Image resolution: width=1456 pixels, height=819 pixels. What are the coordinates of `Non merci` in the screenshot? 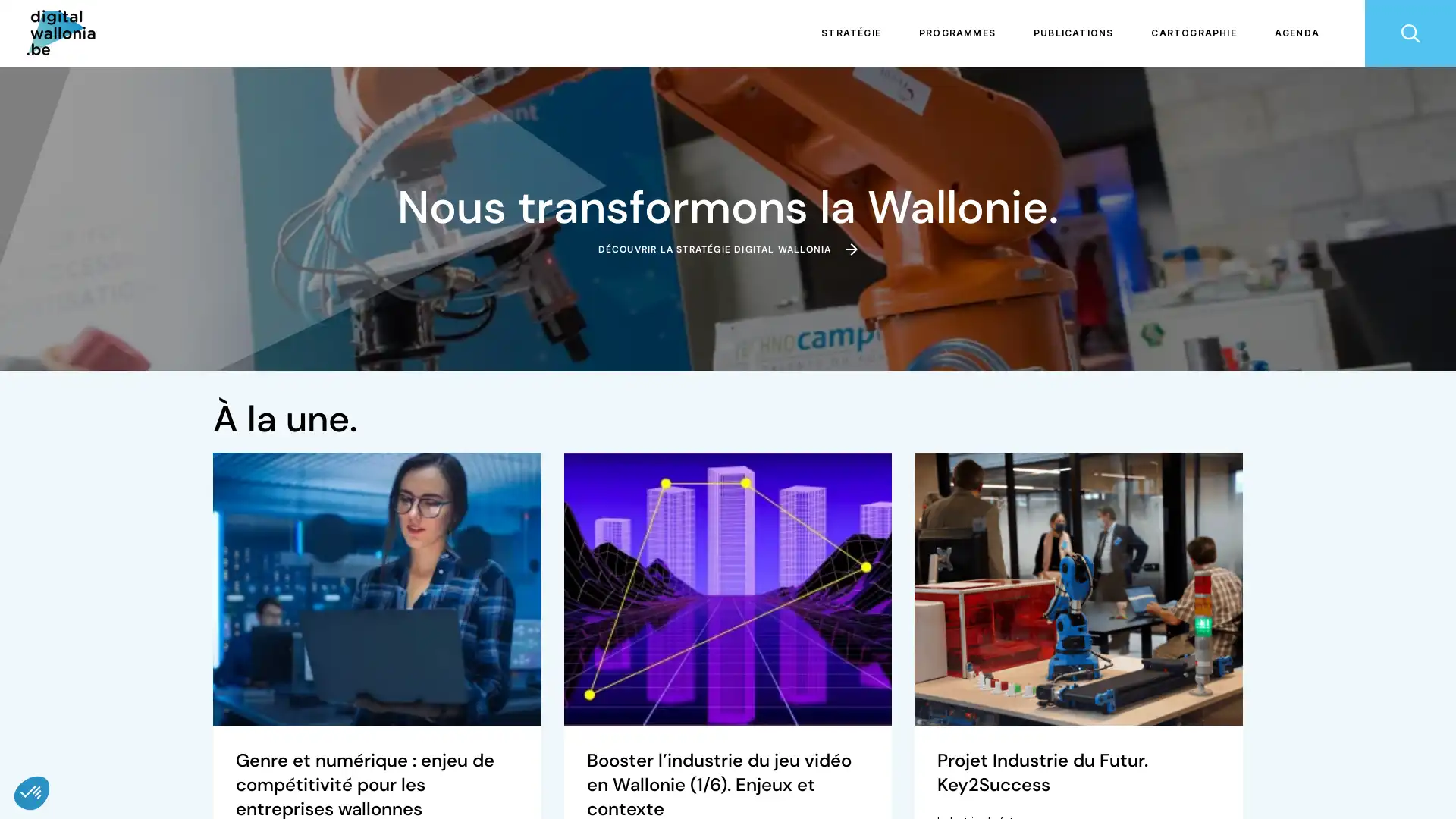 It's located at (67, 742).